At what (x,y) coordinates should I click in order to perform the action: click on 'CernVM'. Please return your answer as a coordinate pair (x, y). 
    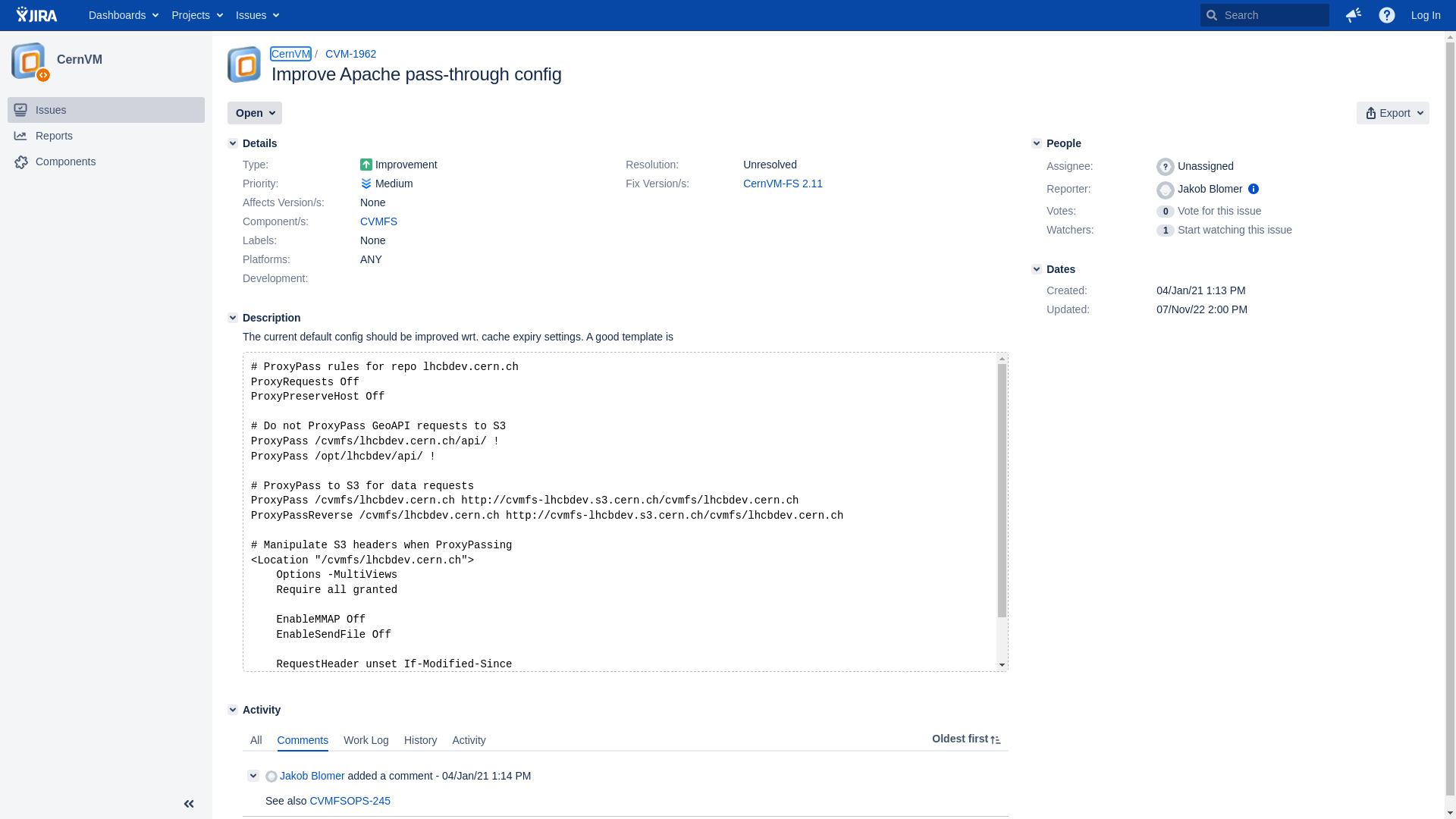
    Looking at the image, I should click on (271, 52).